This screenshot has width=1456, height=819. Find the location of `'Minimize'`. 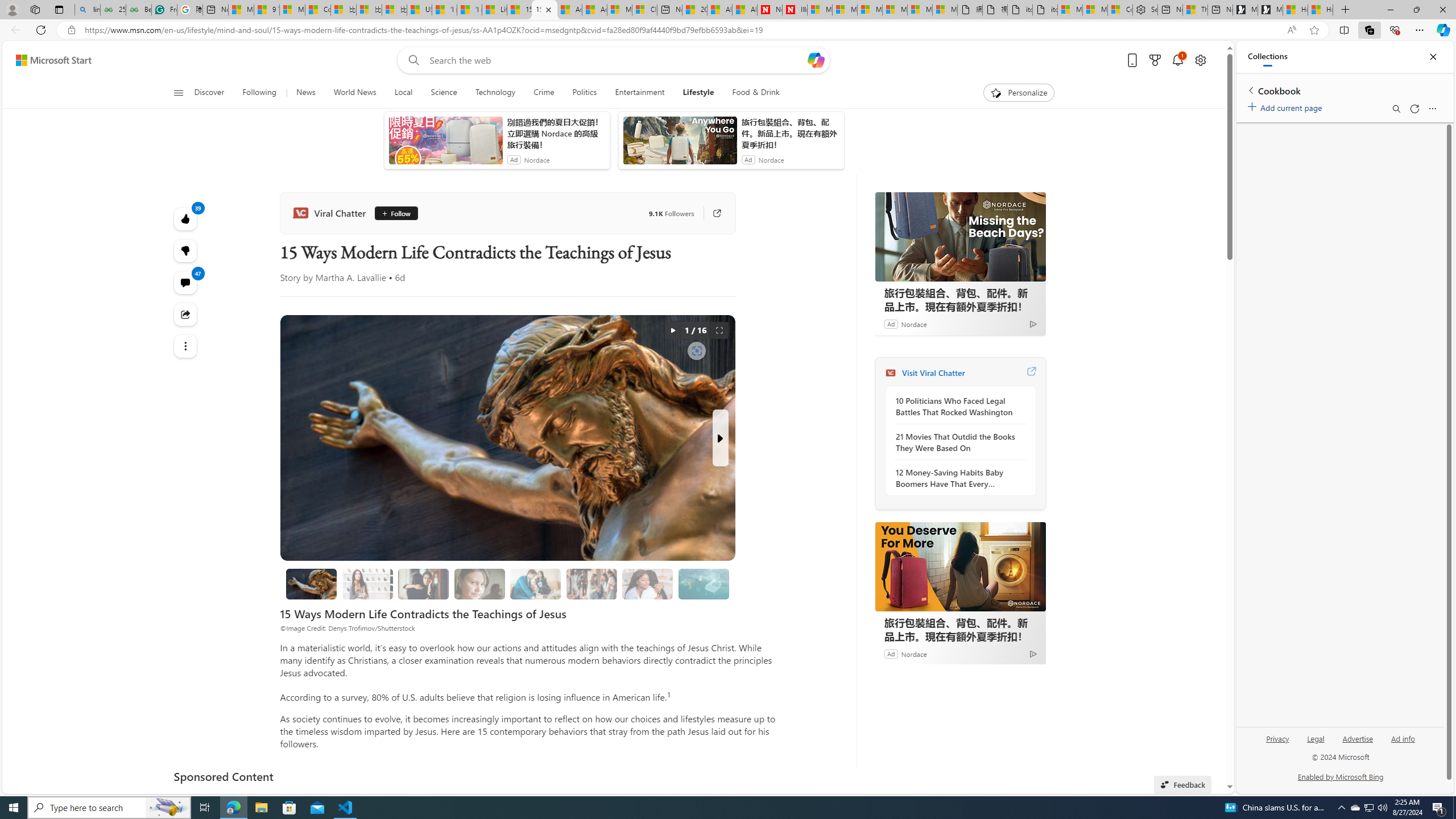

'Minimize' is located at coordinates (1389, 9).